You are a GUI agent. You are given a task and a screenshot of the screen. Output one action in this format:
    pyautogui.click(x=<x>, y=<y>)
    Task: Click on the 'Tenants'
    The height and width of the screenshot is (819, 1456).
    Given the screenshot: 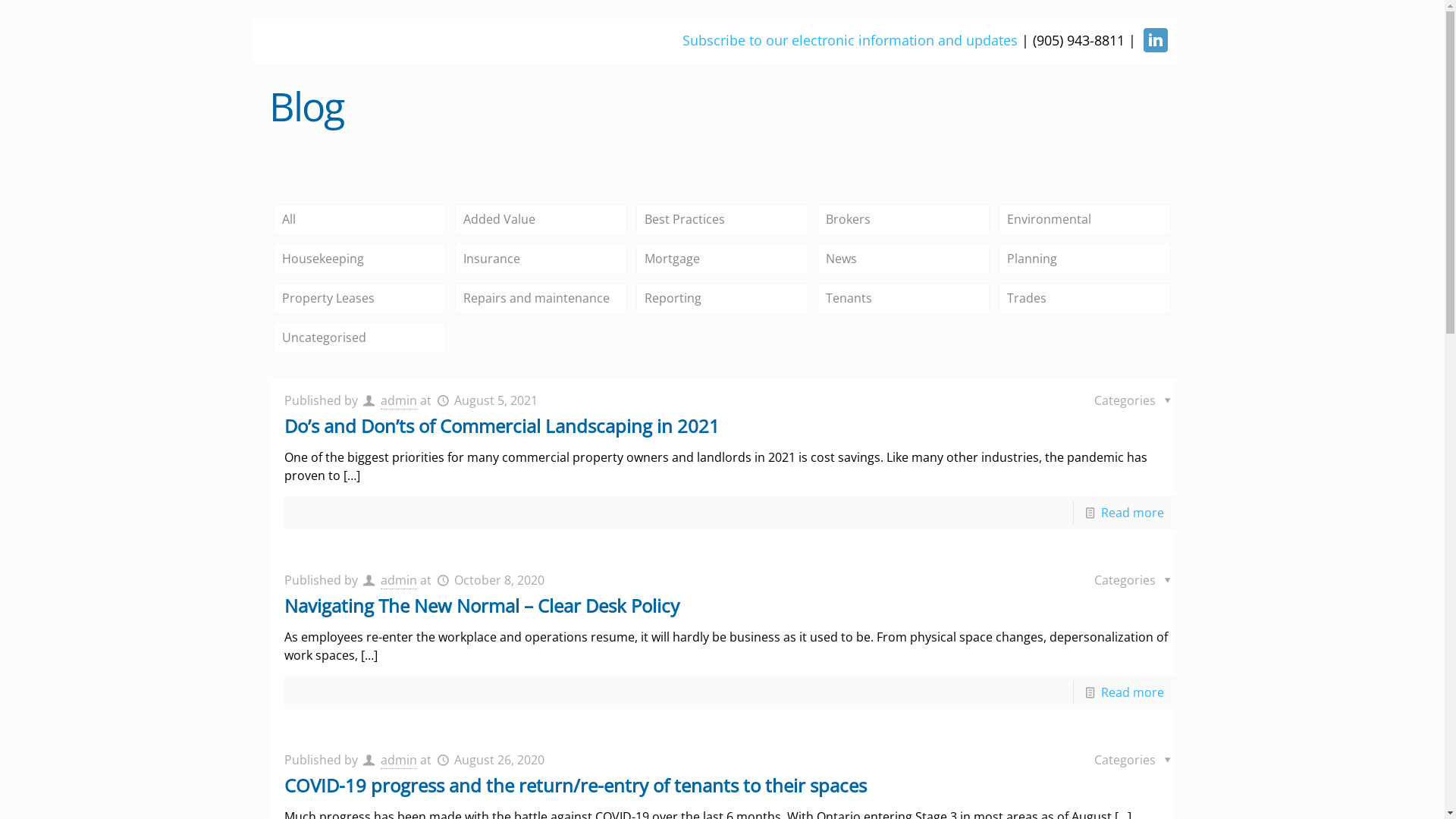 What is the action you would take?
    pyautogui.click(x=817, y=298)
    